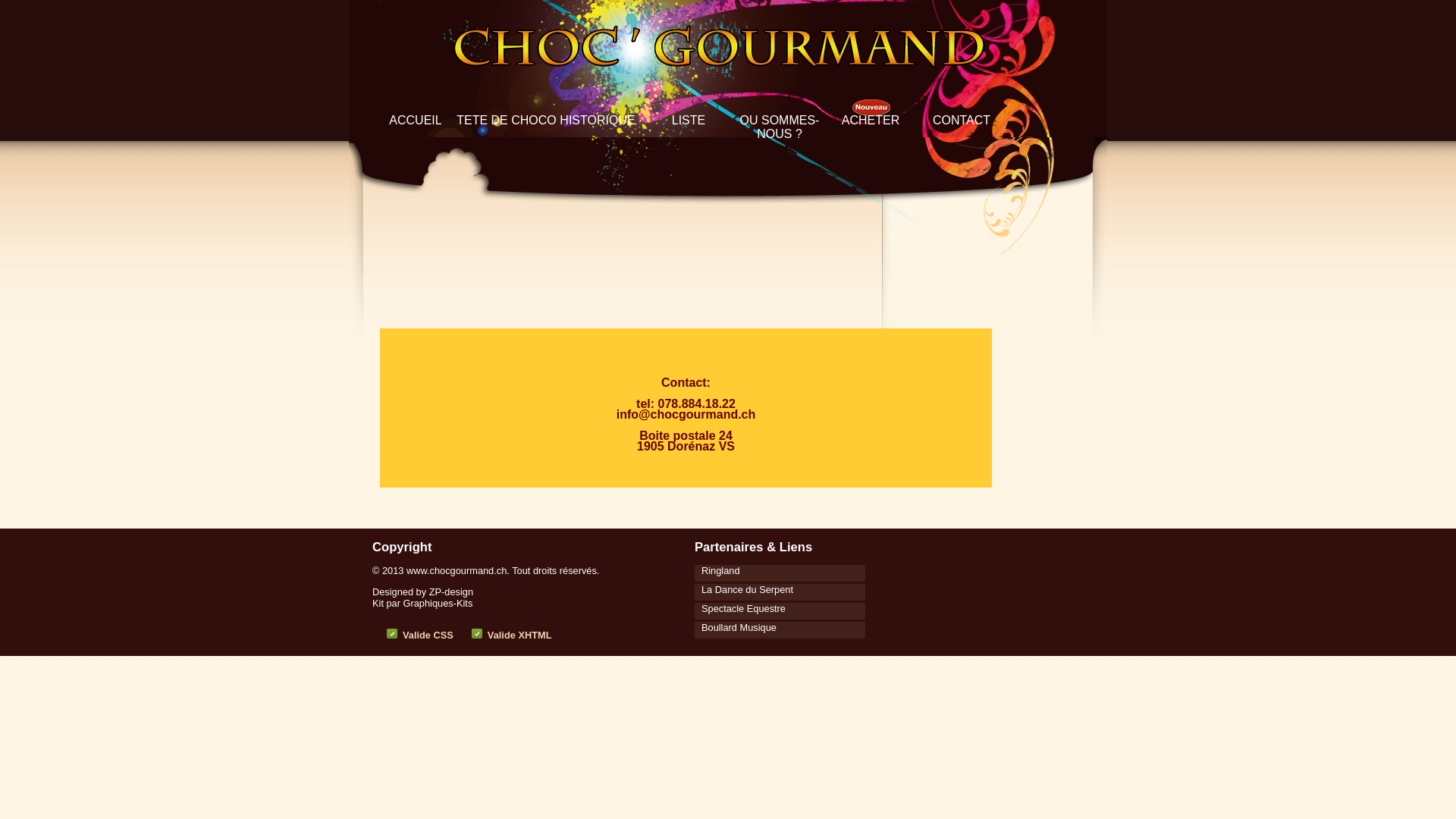  Describe the element at coordinates (427, 635) in the screenshot. I see `'Valide CSS'` at that location.